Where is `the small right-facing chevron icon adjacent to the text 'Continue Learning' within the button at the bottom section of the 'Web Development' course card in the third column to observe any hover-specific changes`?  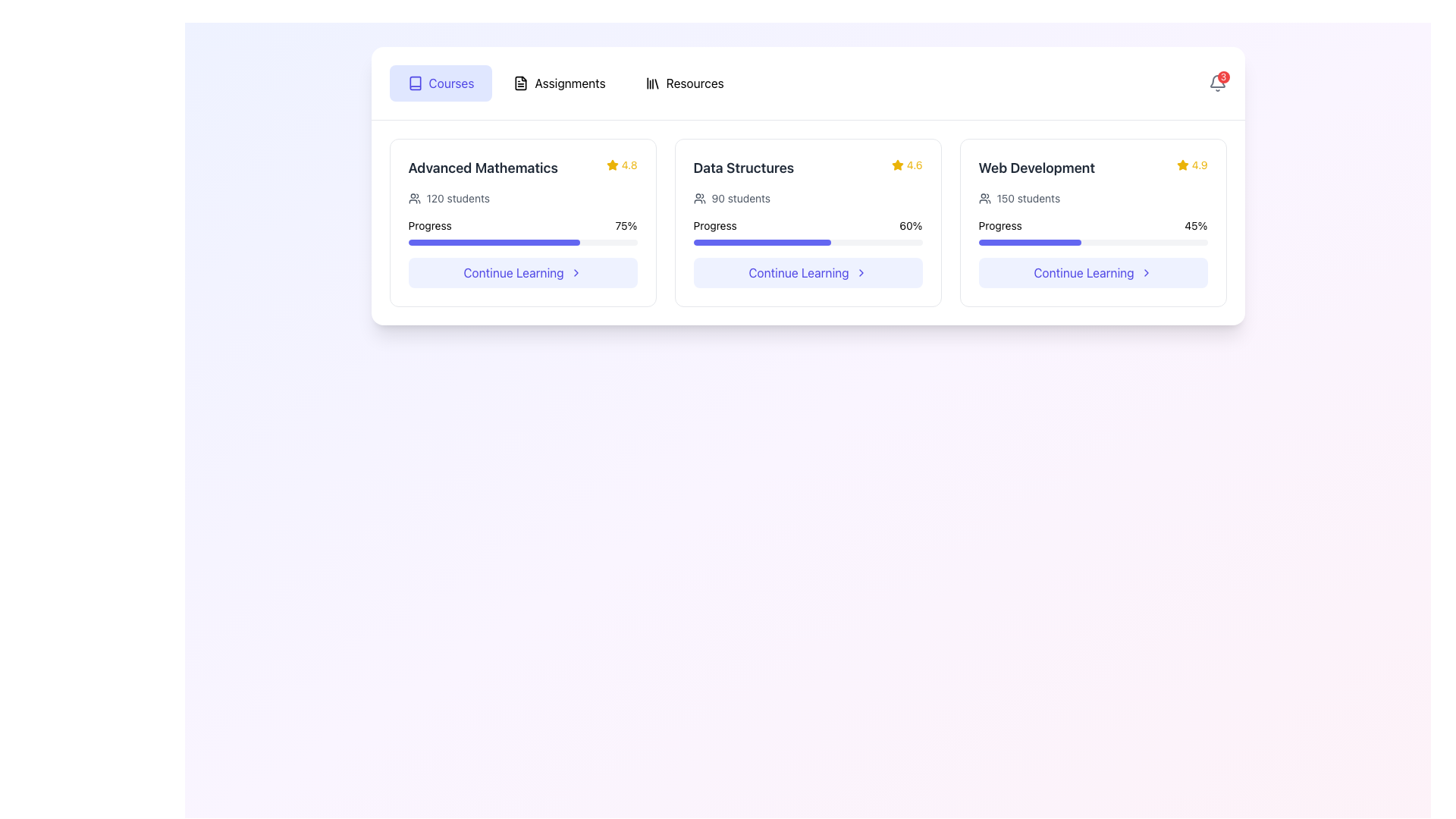 the small right-facing chevron icon adjacent to the text 'Continue Learning' within the button at the bottom section of the 'Web Development' course card in the third column to observe any hover-specific changes is located at coordinates (1146, 271).